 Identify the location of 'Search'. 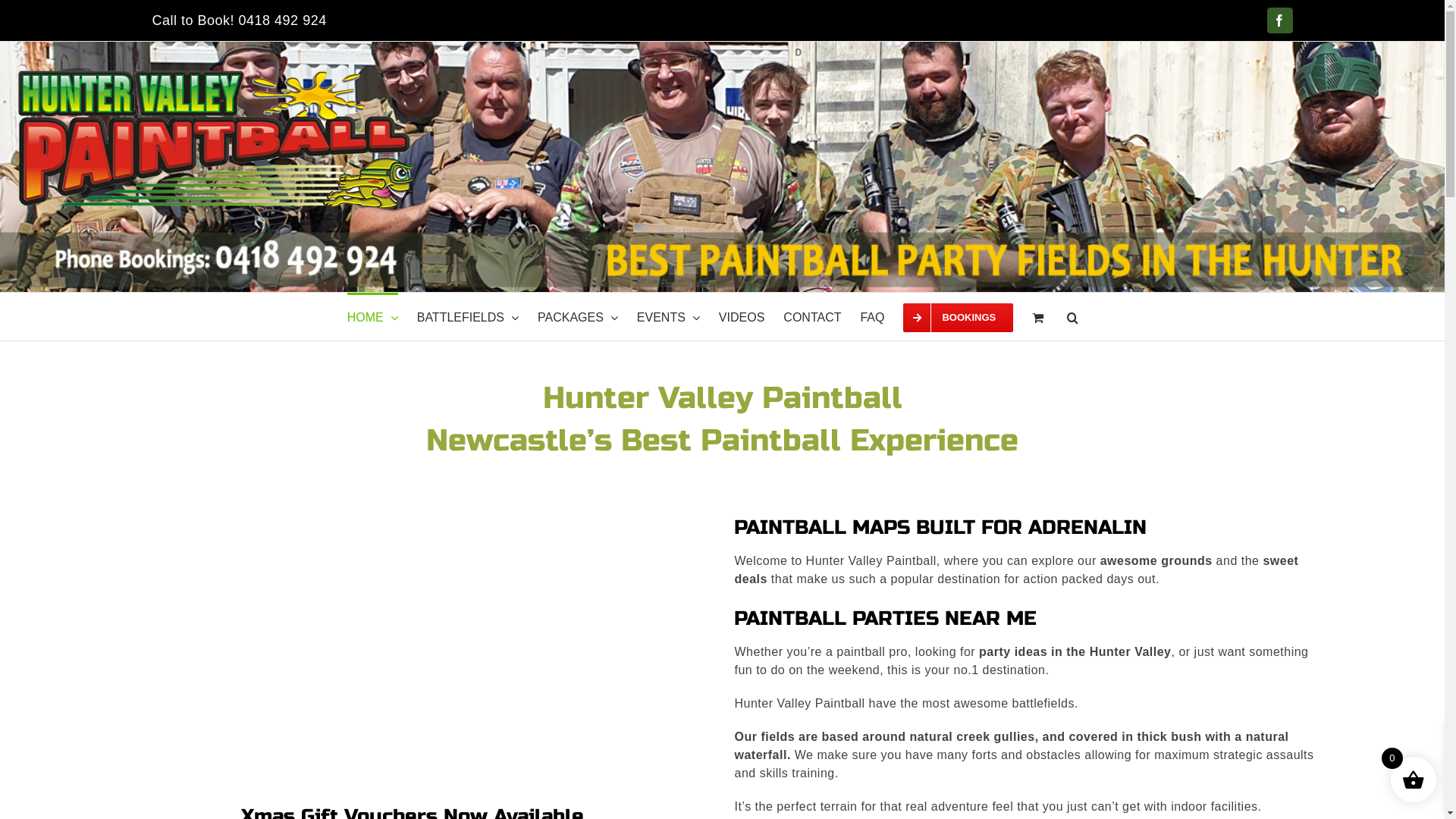
(1072, 315).